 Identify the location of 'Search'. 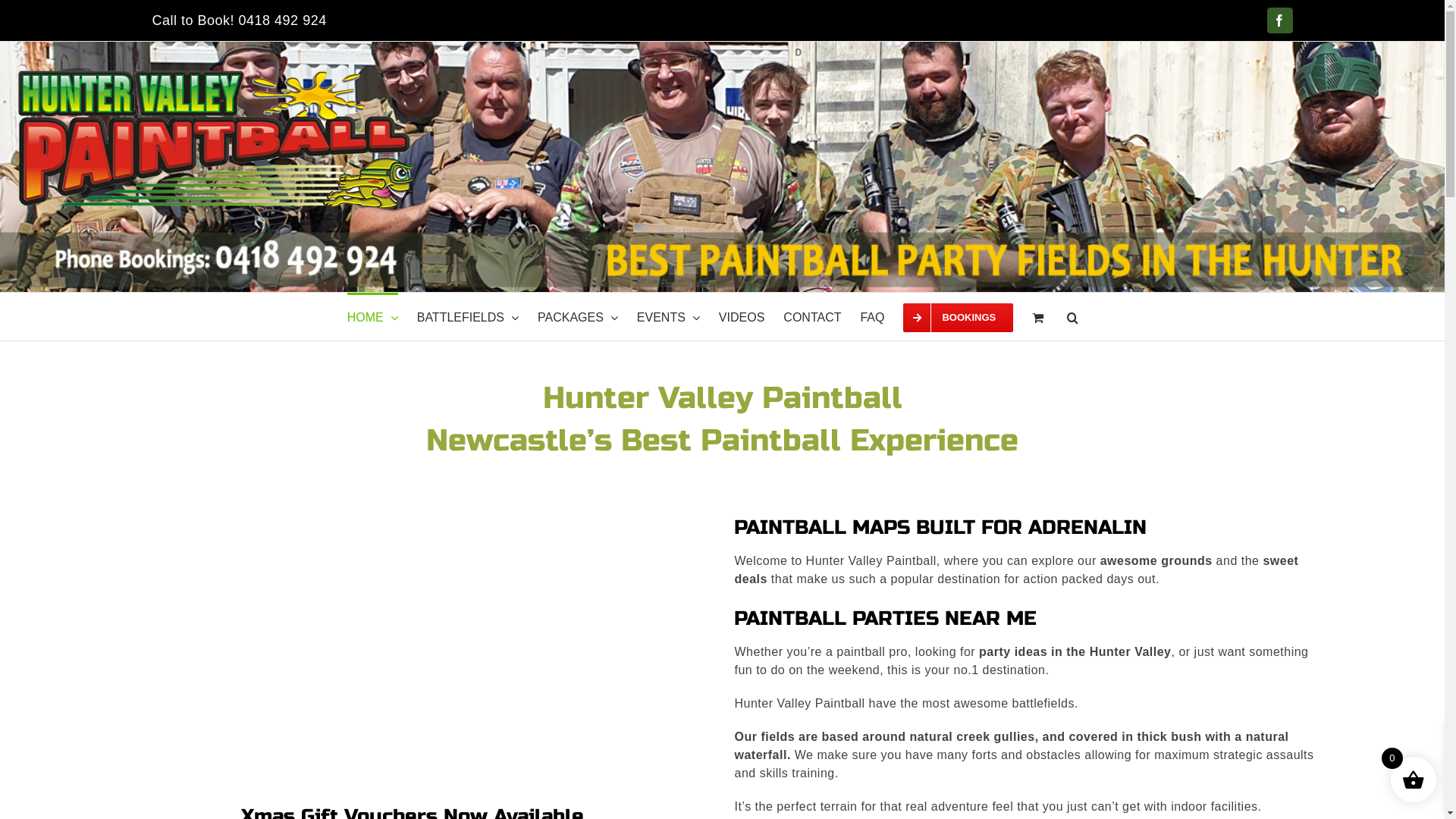
(1072, 315).